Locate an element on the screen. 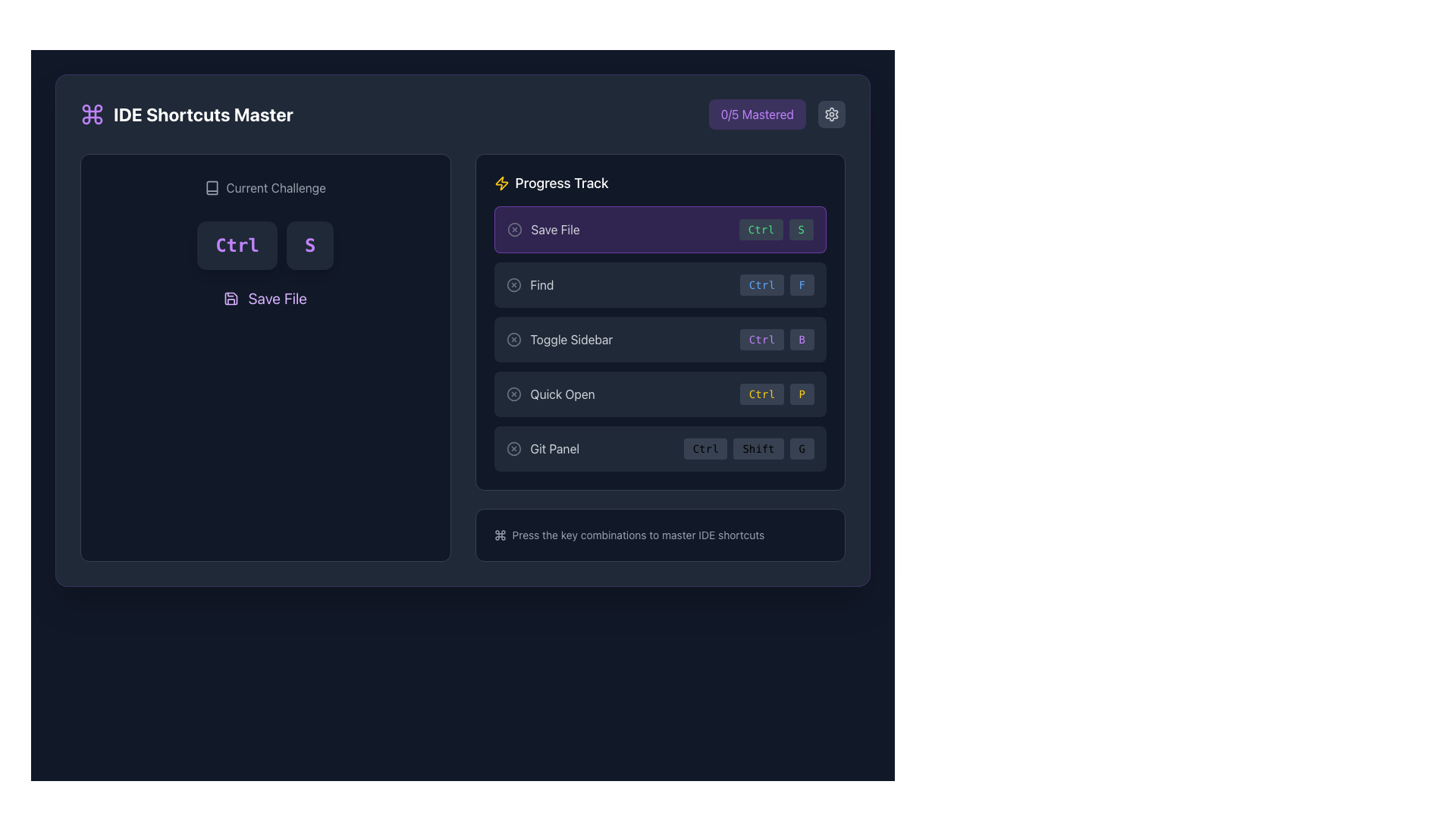 This screenshot has height=819, width=1456. the 'Quick Open' text label with the circled 'X' icon located in the 'Progress Track' section, which is the third item in a vertical list is located at coordinates (550, 394).